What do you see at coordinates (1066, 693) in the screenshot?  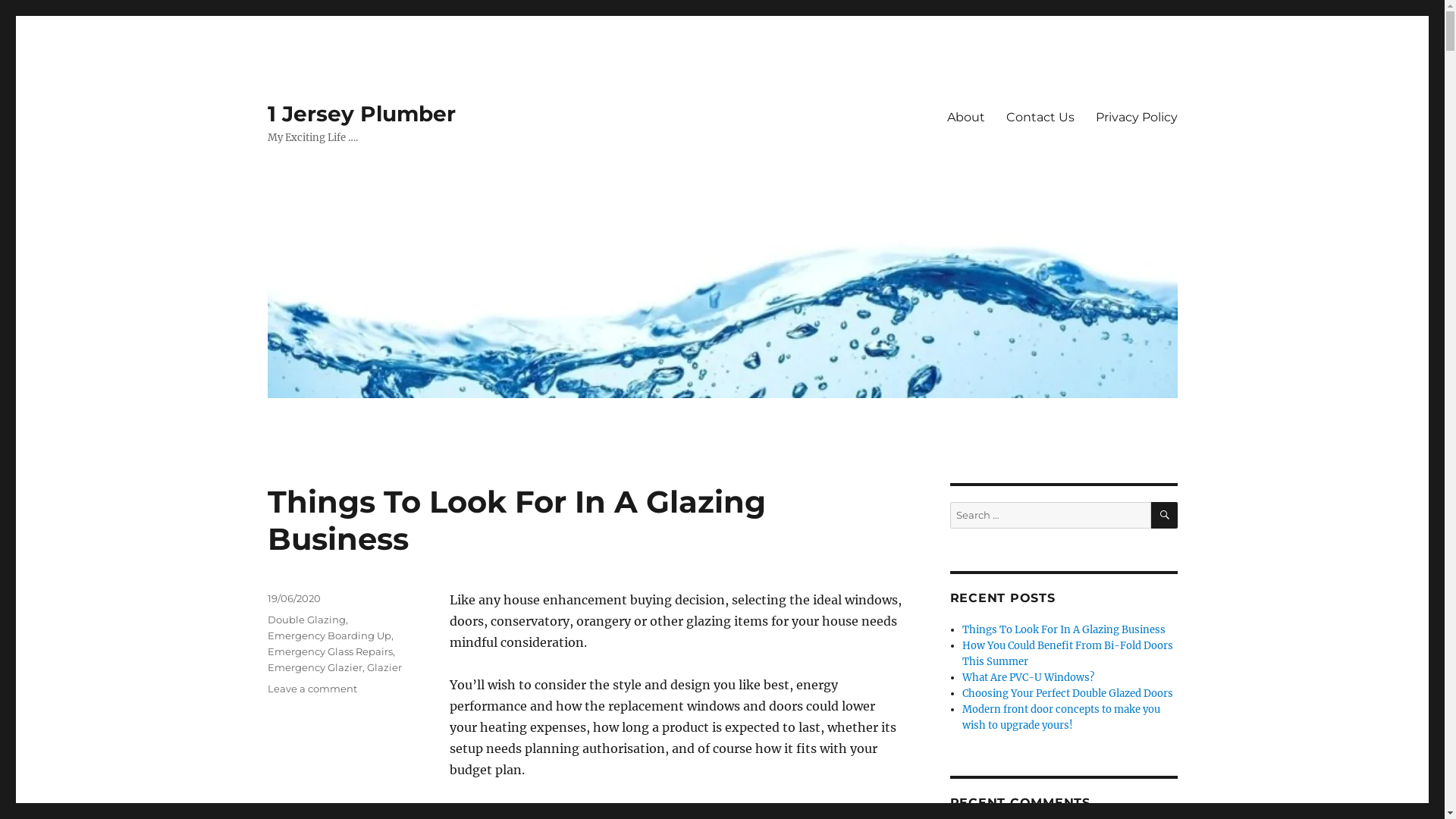 I see `'Choosing Your Perfect Double Glazed Doors'` at bounding box center [1066, 693].